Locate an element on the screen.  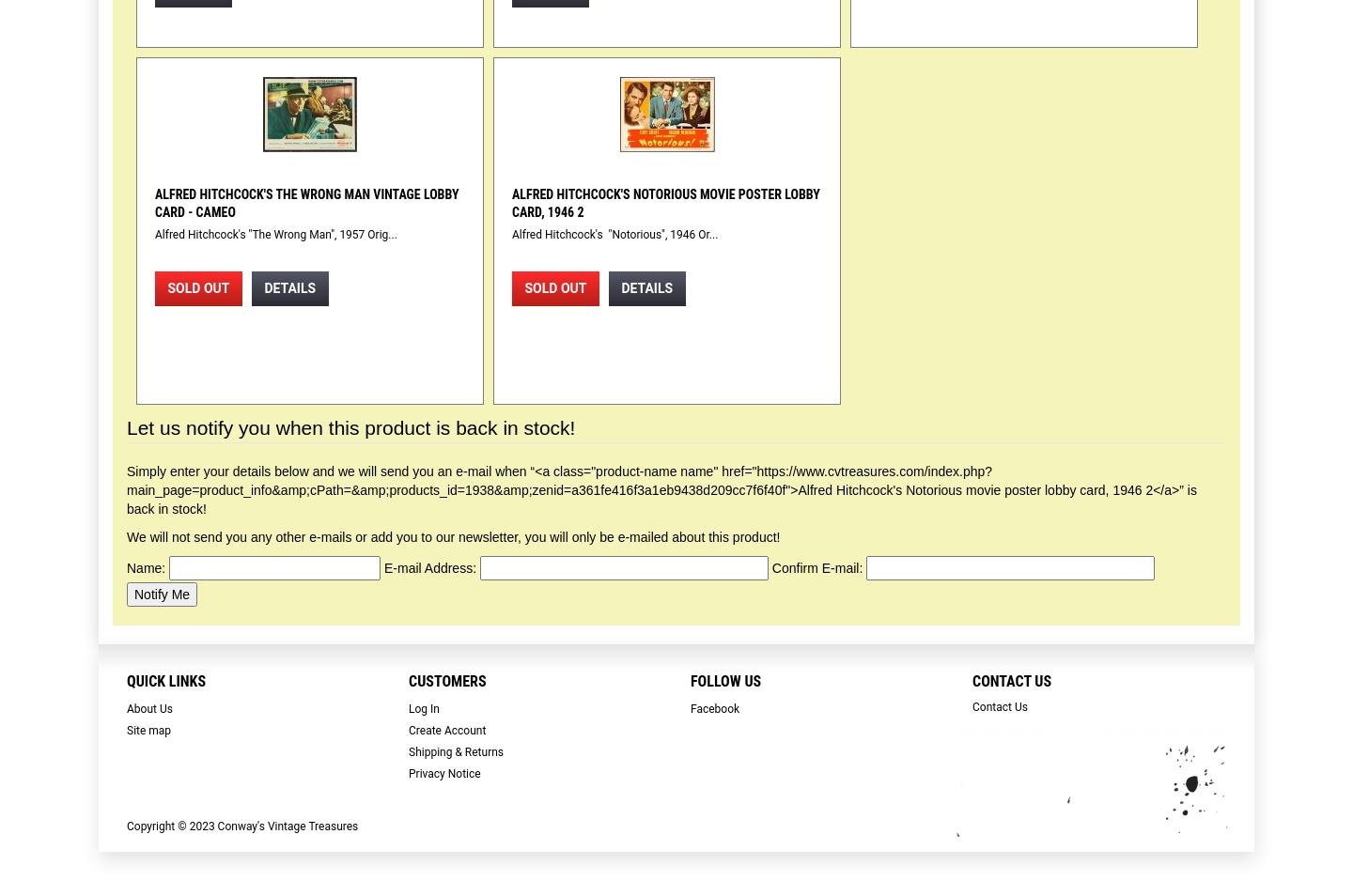
'Confirm E-mail:' is located at coordinates (816, 567).